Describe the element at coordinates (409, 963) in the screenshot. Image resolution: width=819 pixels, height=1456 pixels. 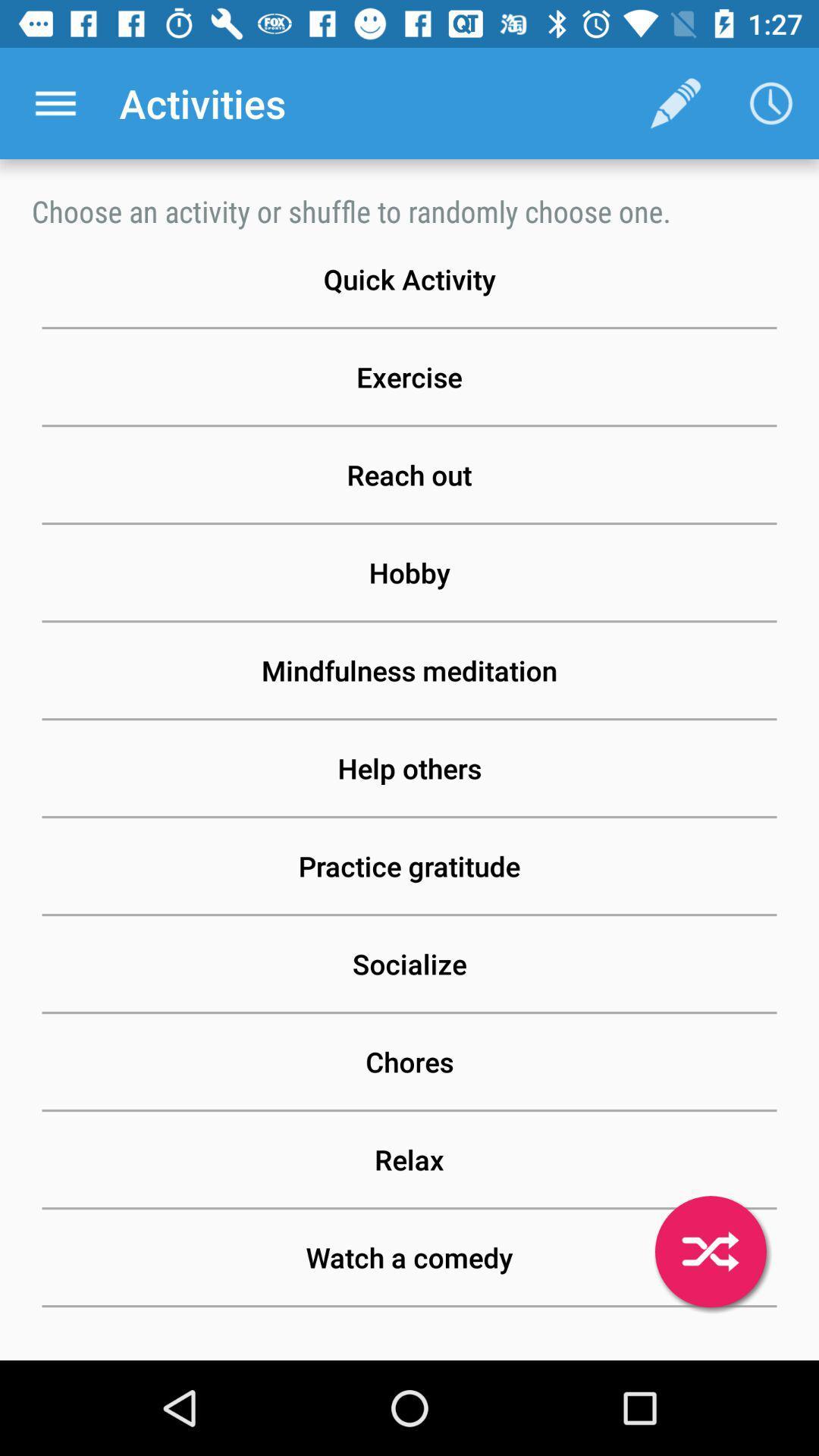
I see `socialize icon` at that location.